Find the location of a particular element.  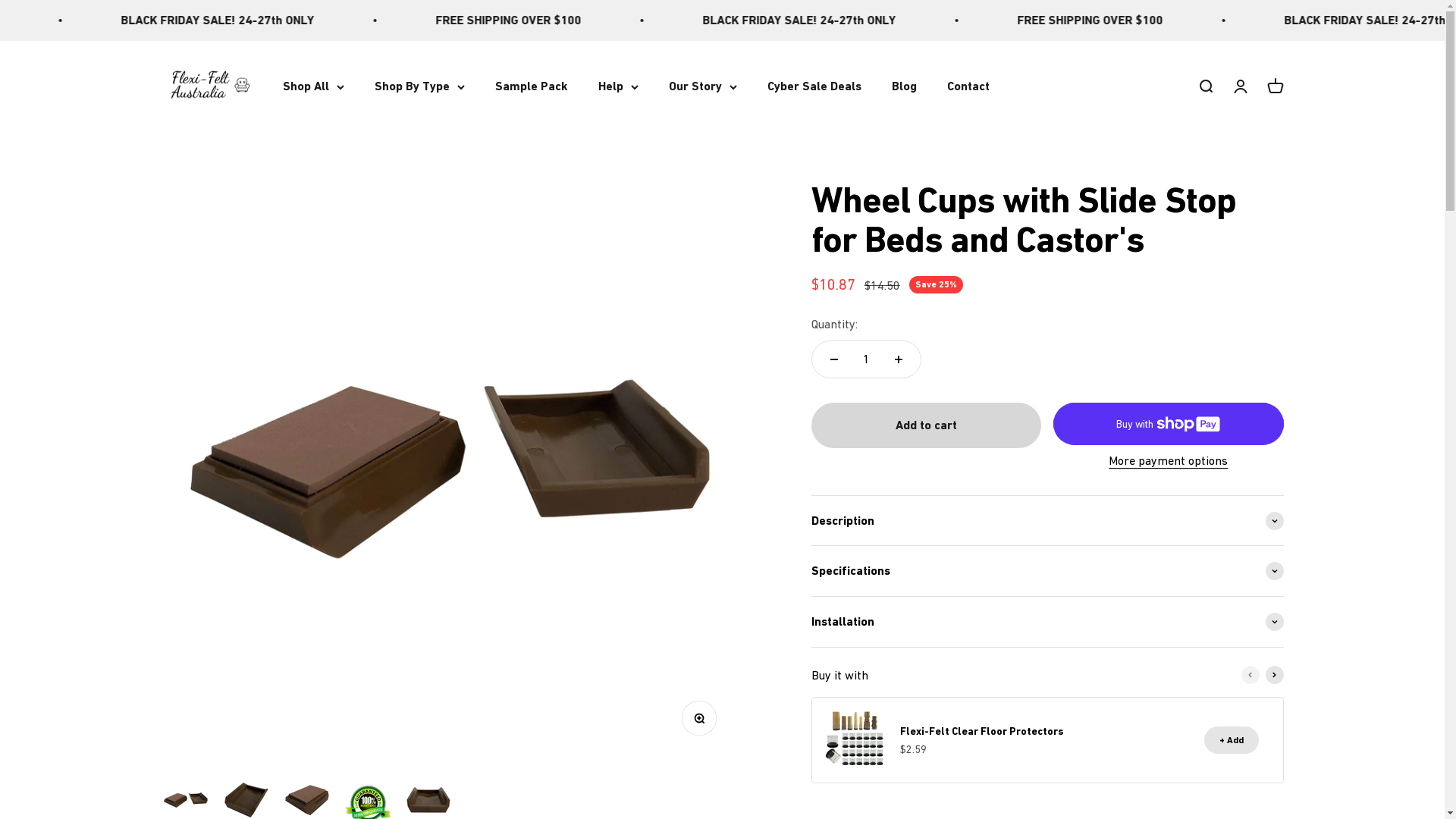

'Contact' is located at coordinates (946, 86).